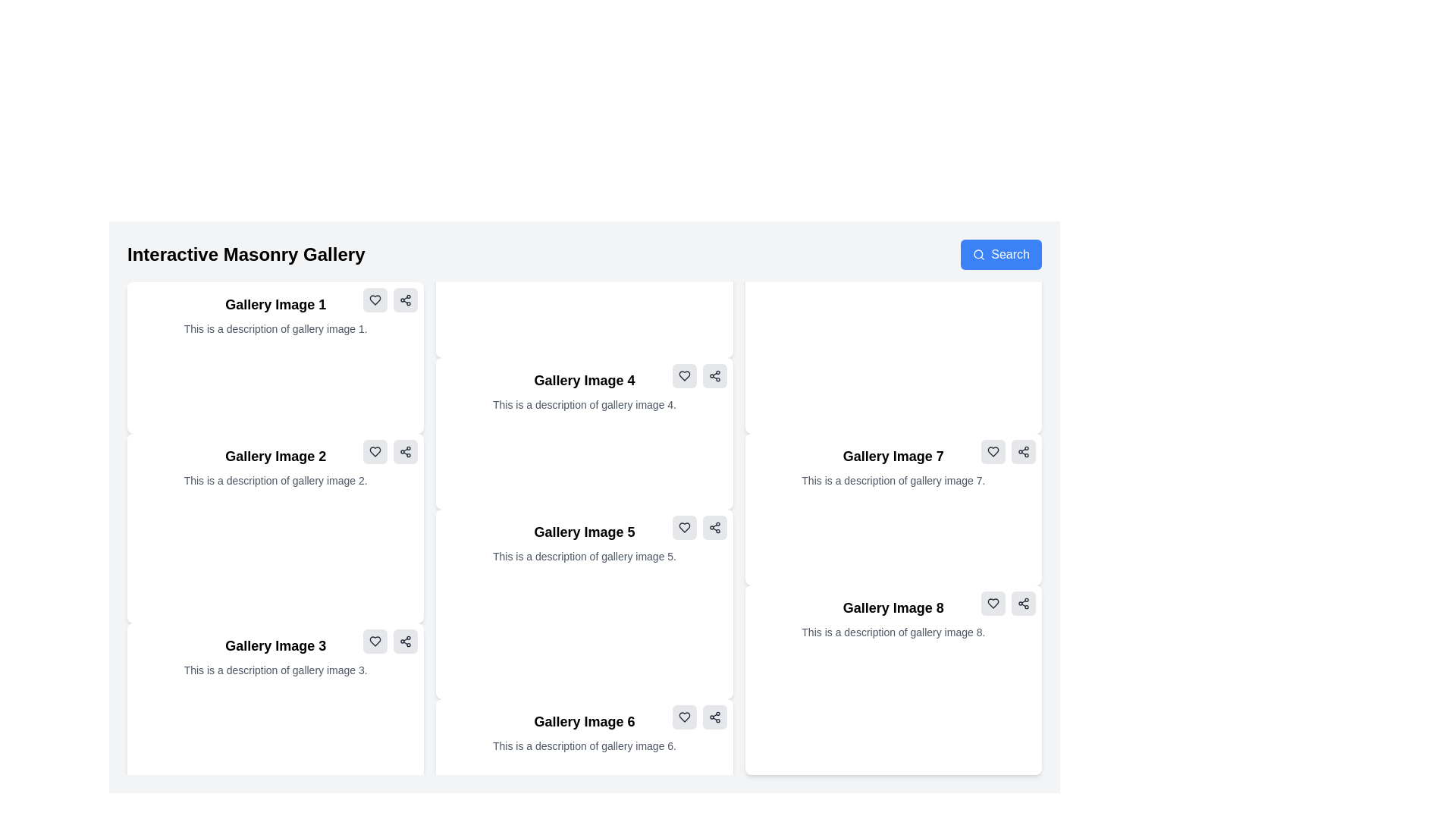 This screenshot has height=819, width=1456. Describe the element at coordinates (275, 528) in the screenshot. I see `the second Card component in the masonry grid` at that location.